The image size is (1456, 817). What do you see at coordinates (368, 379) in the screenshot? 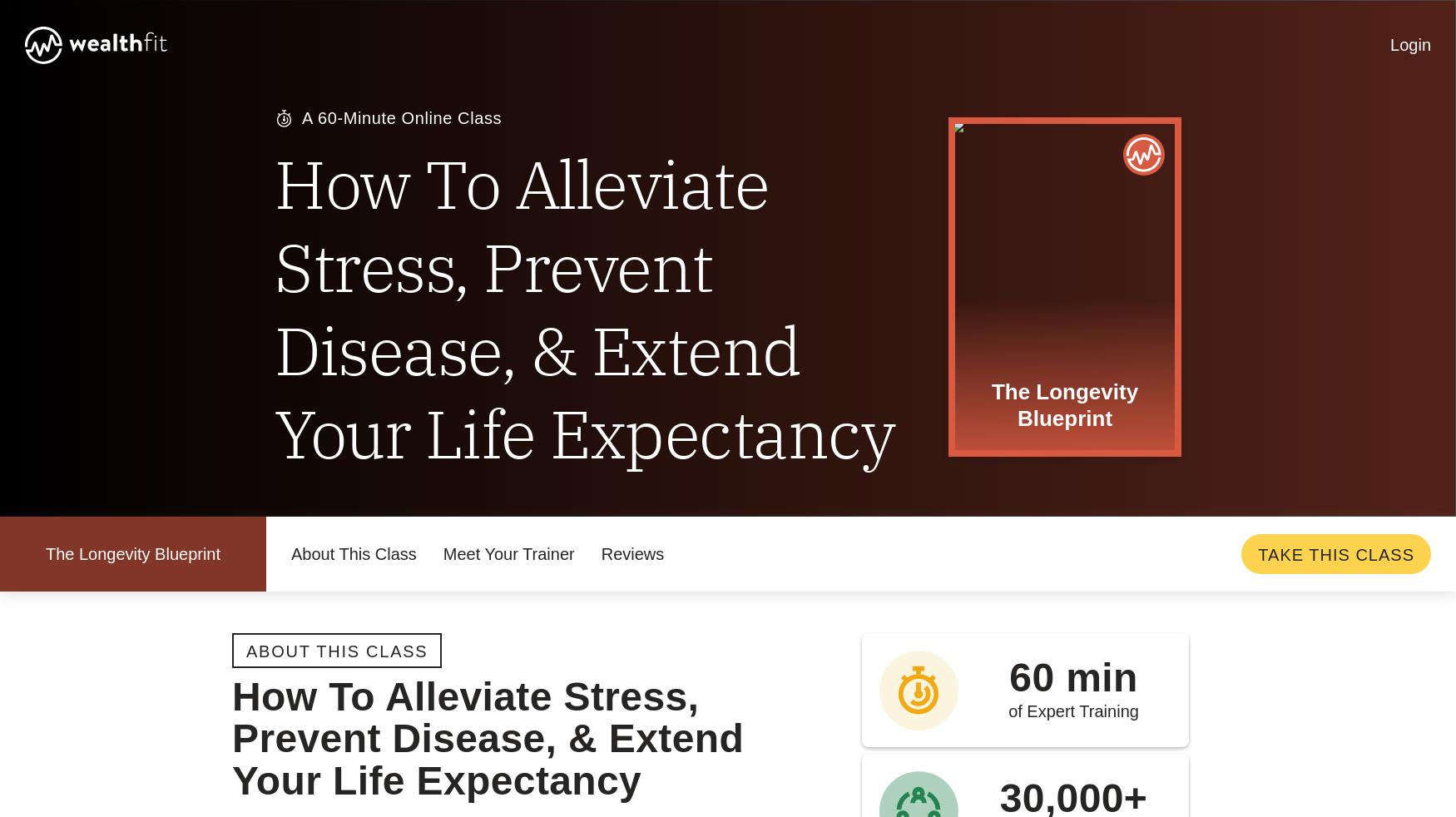
I see `'Do you have a satisfaction guarantee?'` at bounding box center [368, 379].